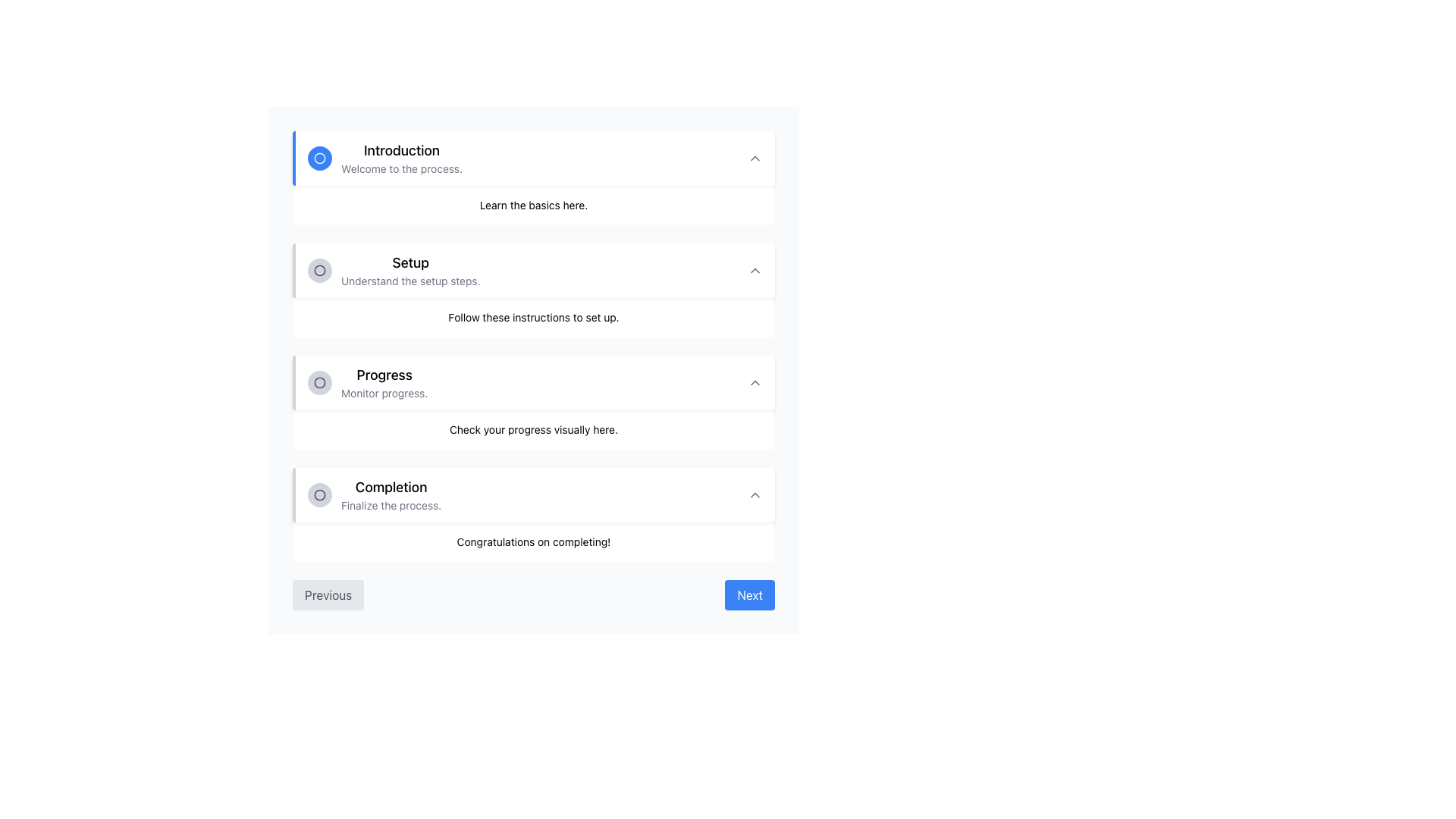 Image resolution: width=1456 pixels, height=819 pixels. Describe the element at coordinates (319, 494) in the screenshot. I see `the circular icon indicating the 'Completion' step in the vertical step-by-step list interface` at that location.